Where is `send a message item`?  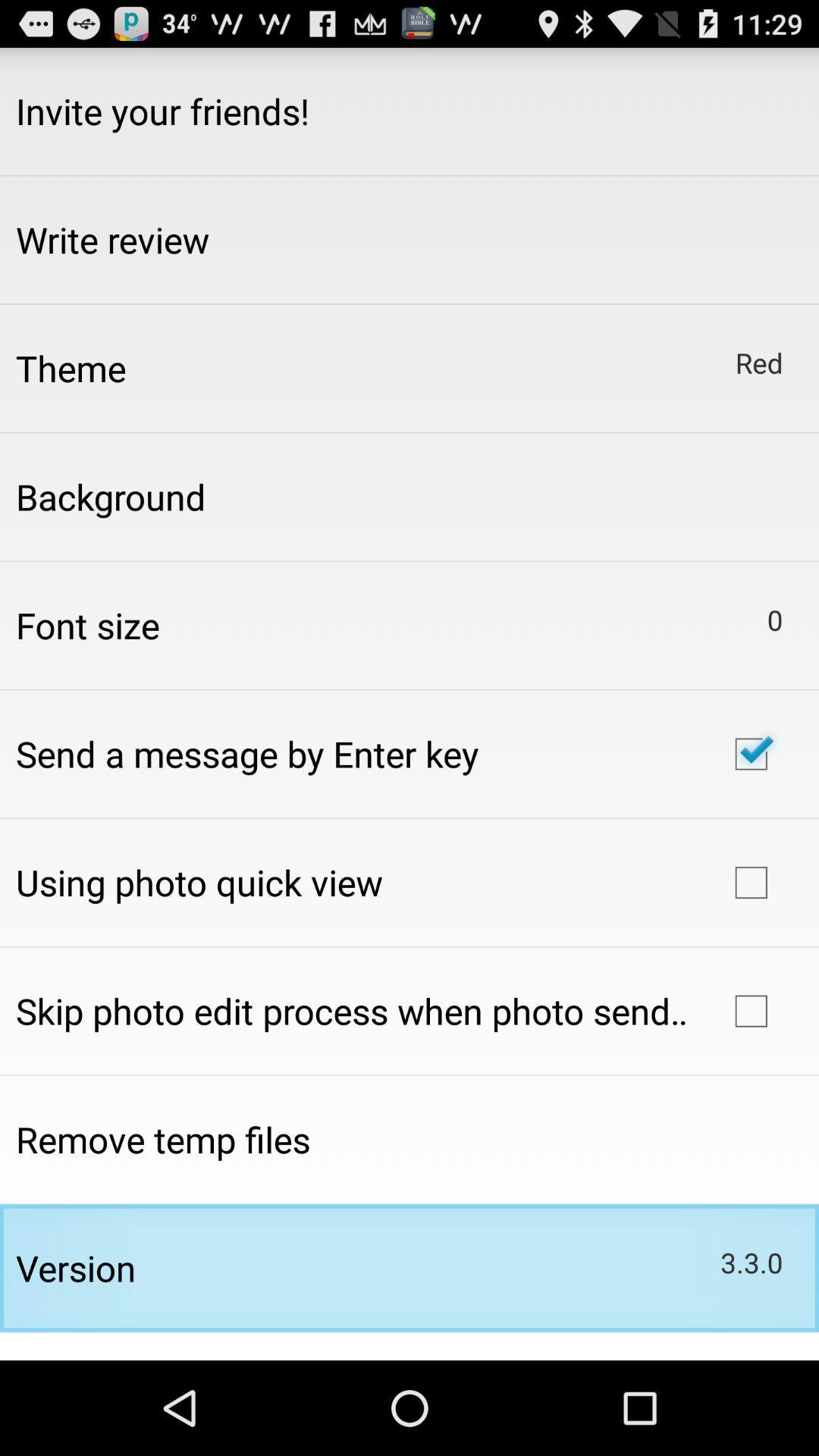
send a message item is located at coordinates (246, 754).